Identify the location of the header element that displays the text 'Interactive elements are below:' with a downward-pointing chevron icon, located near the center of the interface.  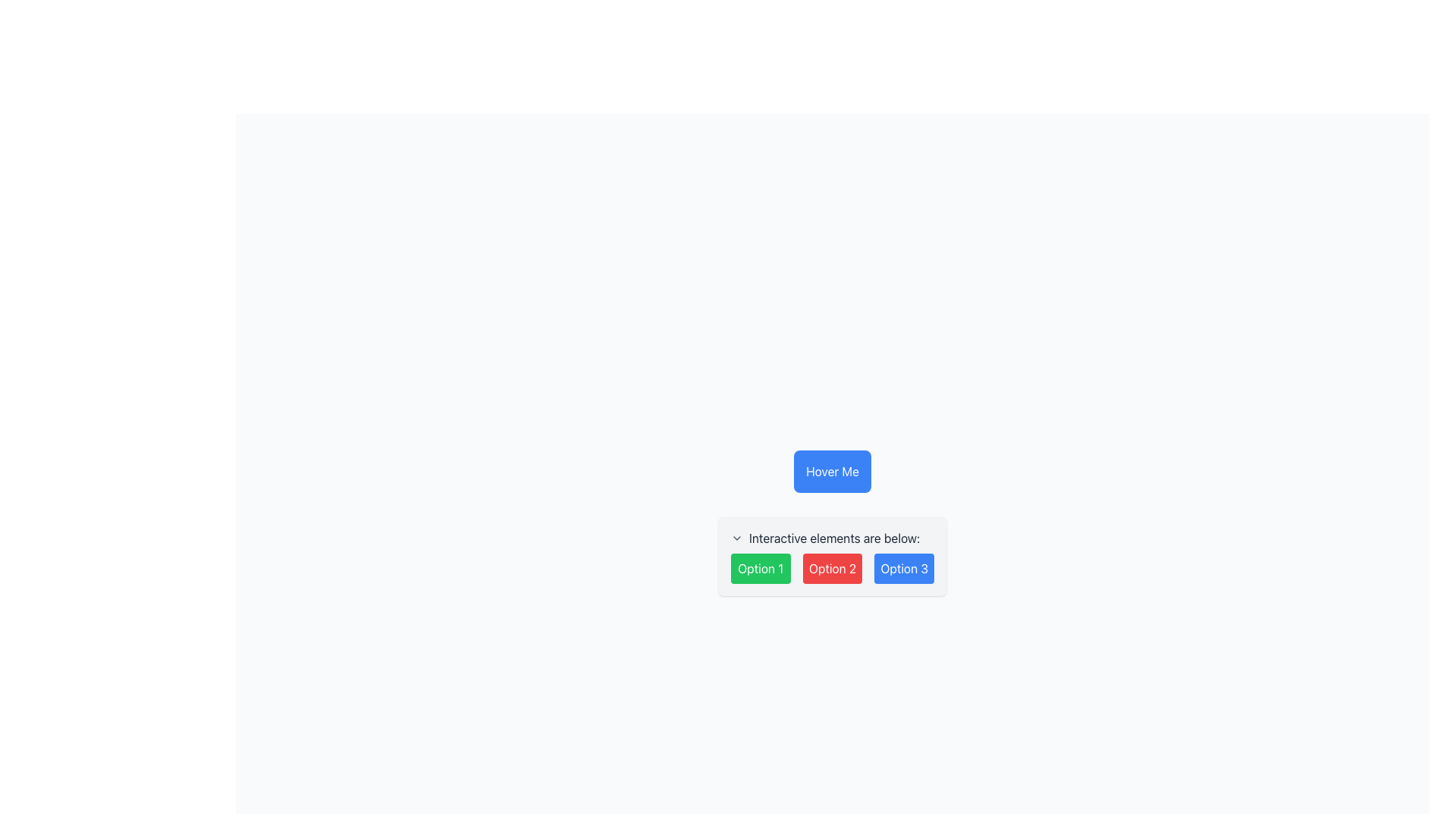
(832, 537).